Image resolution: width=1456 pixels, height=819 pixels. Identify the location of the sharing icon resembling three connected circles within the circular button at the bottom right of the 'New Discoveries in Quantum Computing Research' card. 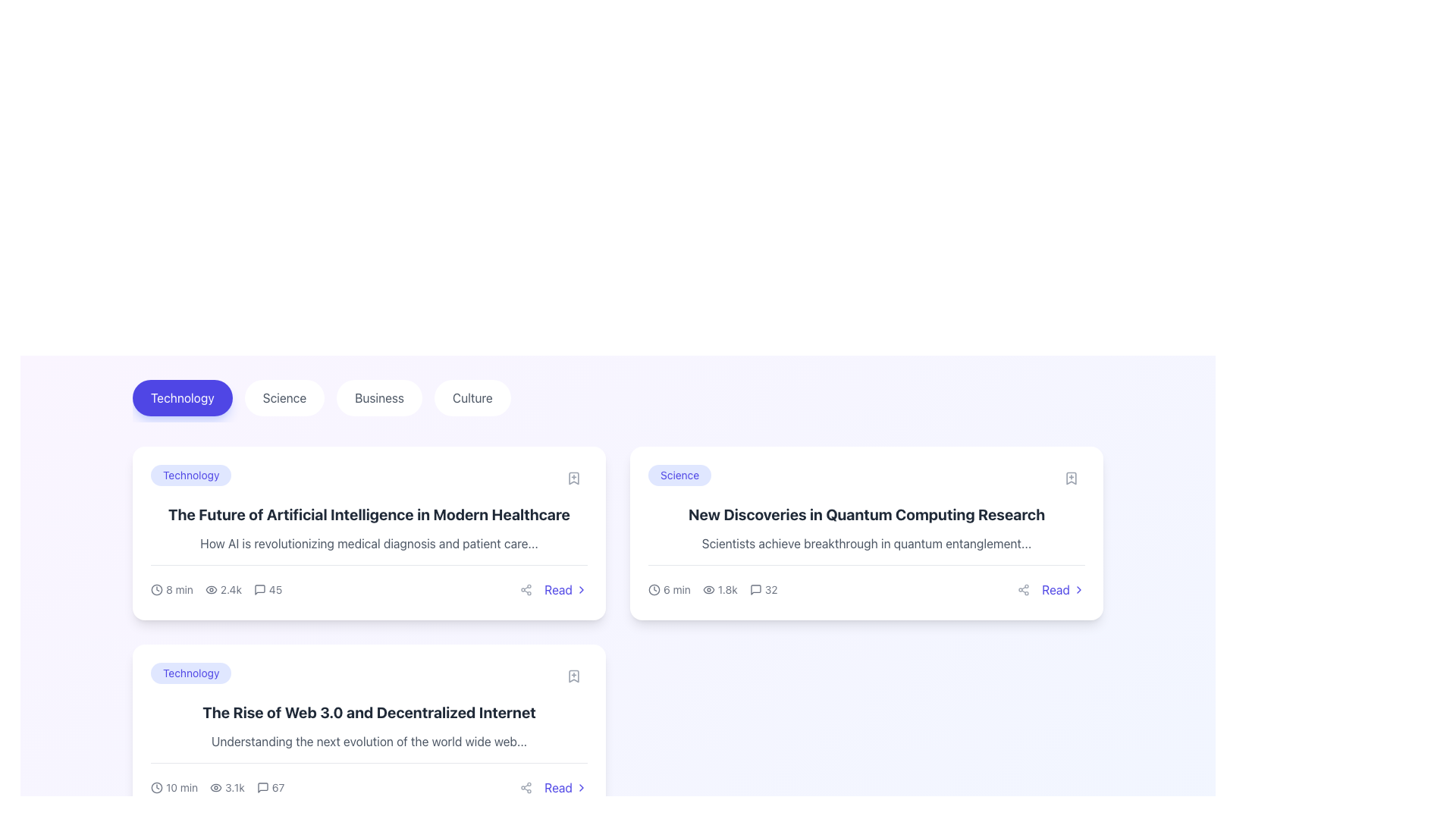
(1024, 589).